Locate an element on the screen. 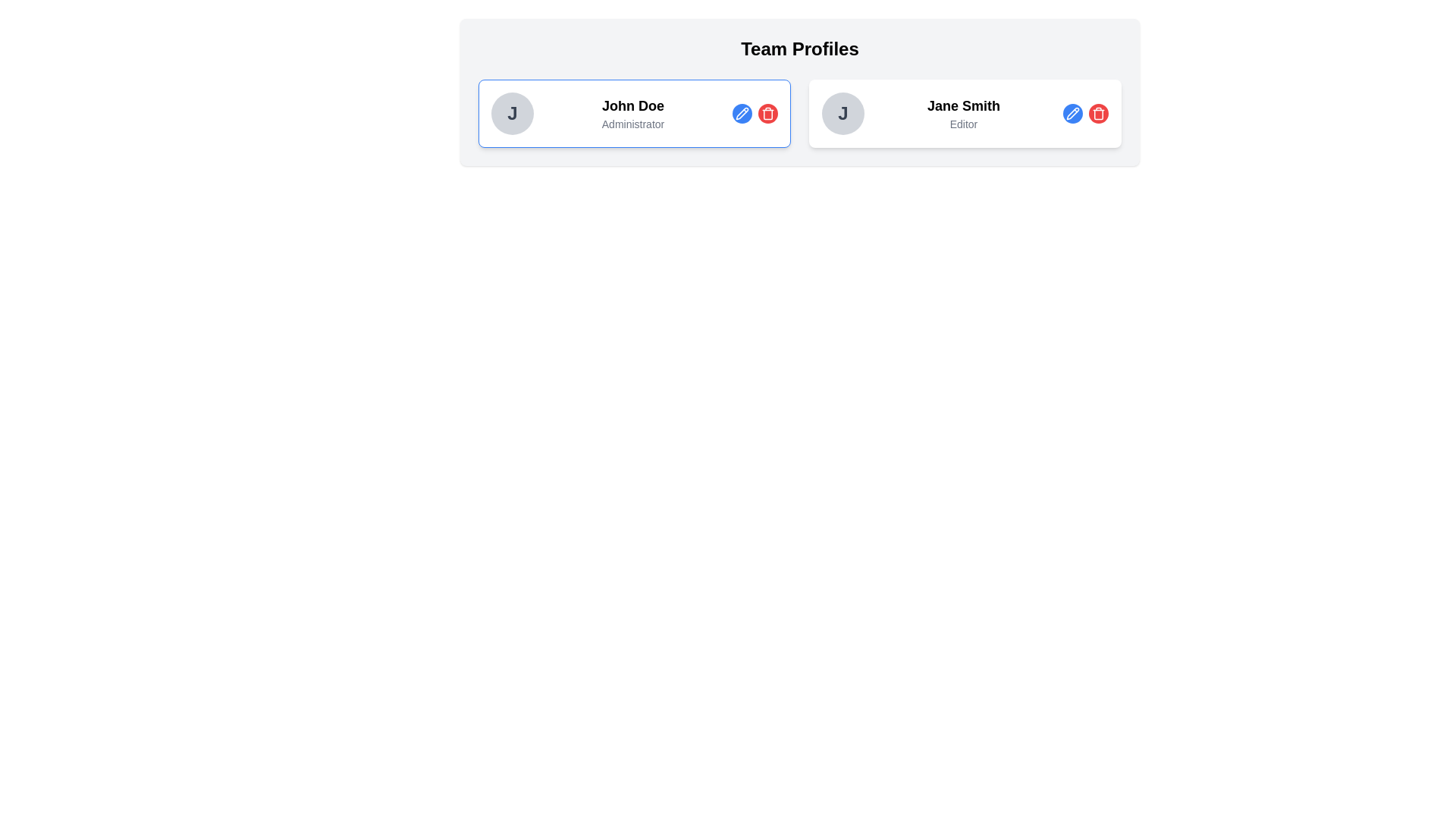 The width and height of the screenshot is (1456, 819). the bold text label 'Jane Smith' located is located at coordinates (963, 105).